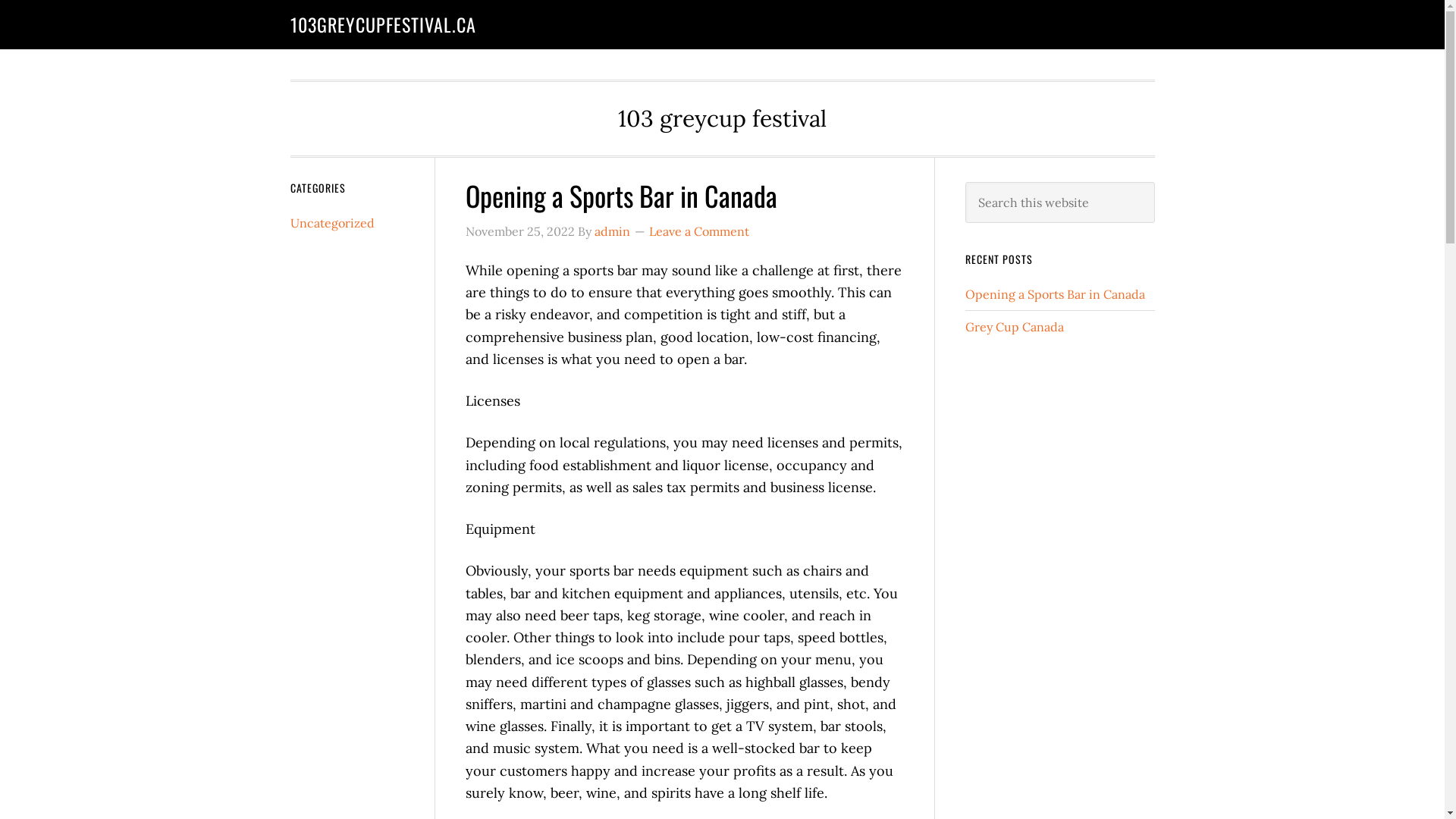  Describe the element at coordinates (1053, 294) in the screenshot. I see `'Opening a Sports Bar in Canada'` at that location.